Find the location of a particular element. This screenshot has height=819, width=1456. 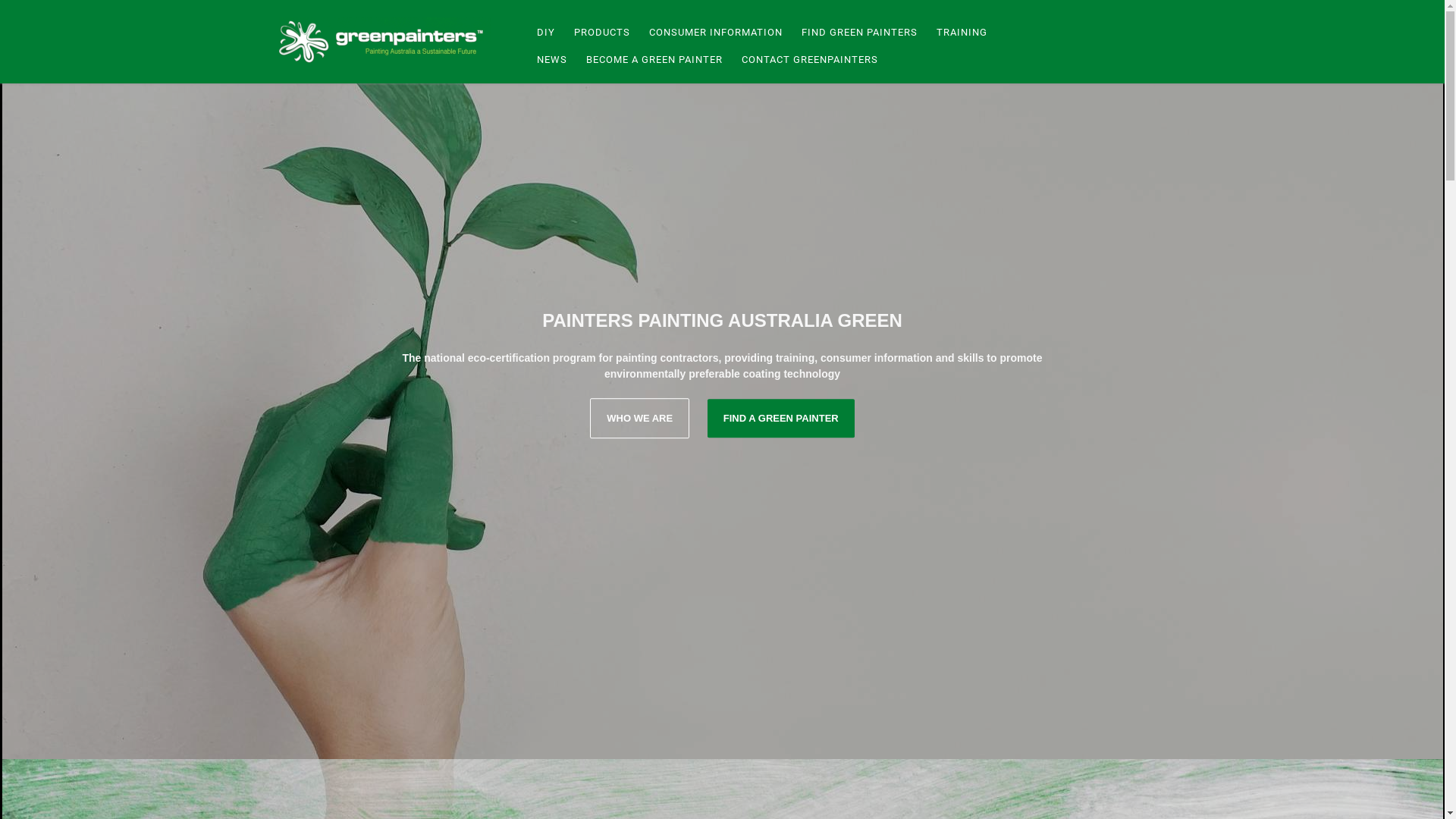

'FIND A GREEN PAINTER' is located at coordinates (781, 418).